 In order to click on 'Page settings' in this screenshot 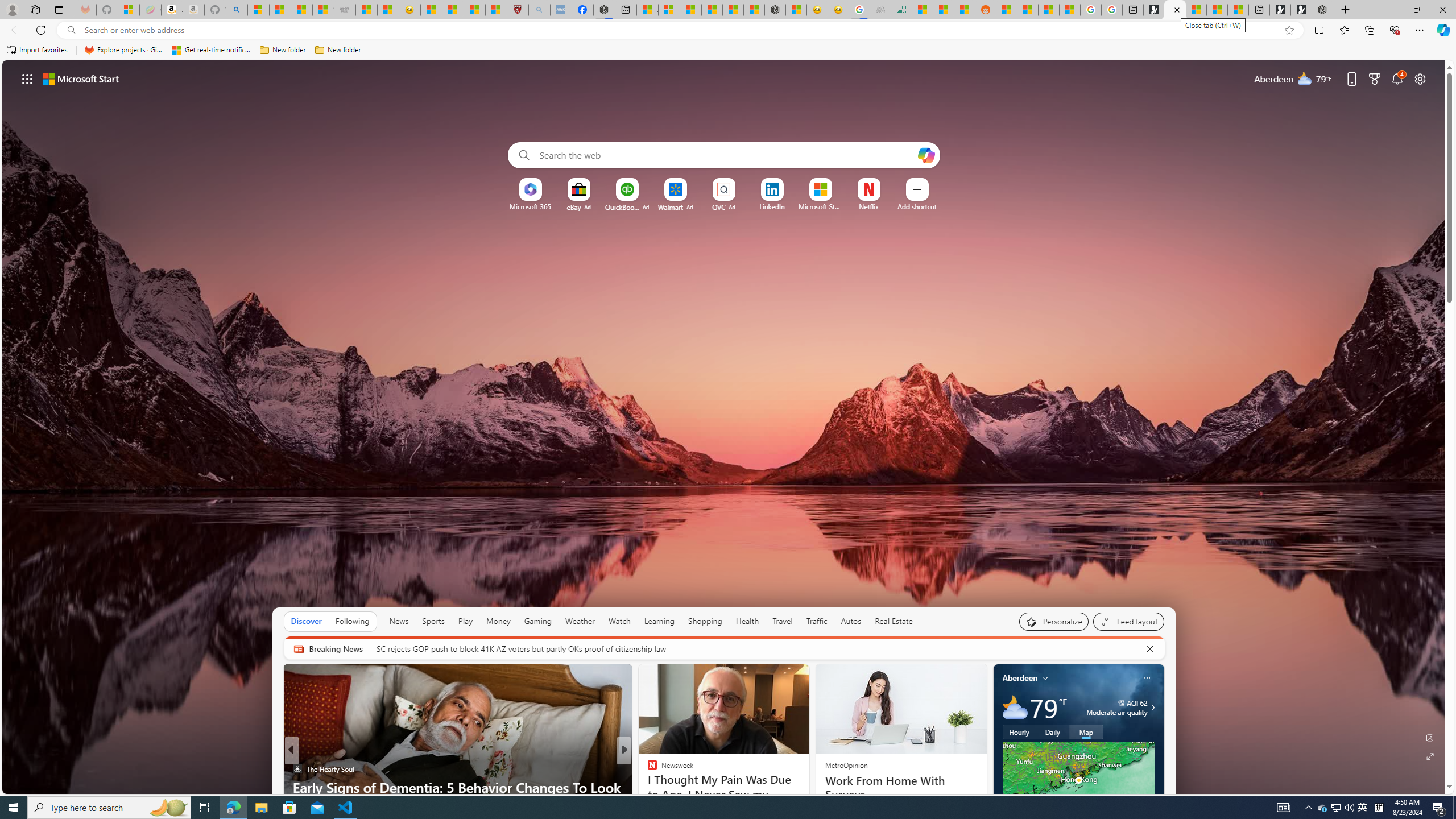, I will do `click(1420, 78)`.